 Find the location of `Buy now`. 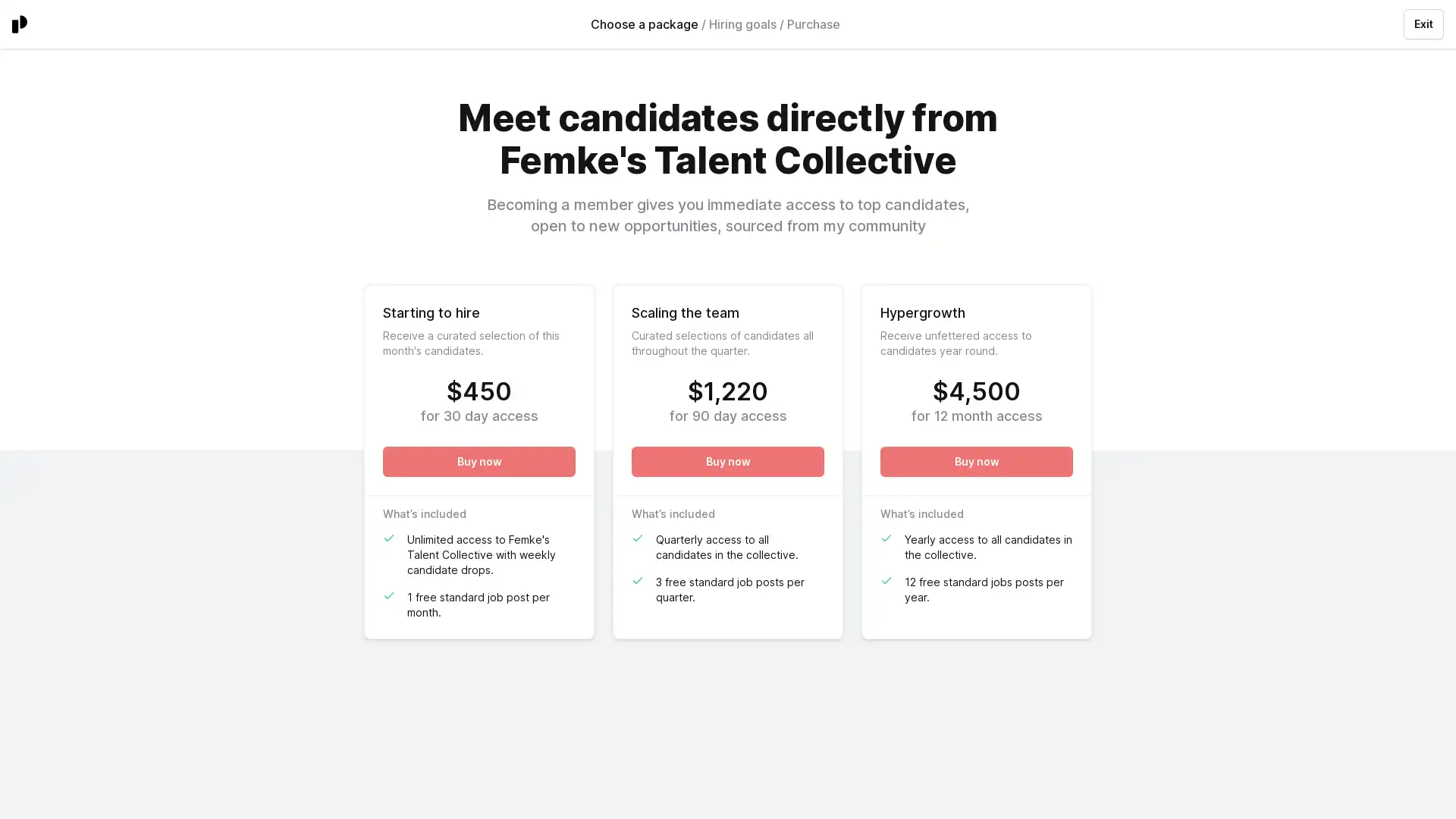

Buy now is located at coordinates (479, 461).